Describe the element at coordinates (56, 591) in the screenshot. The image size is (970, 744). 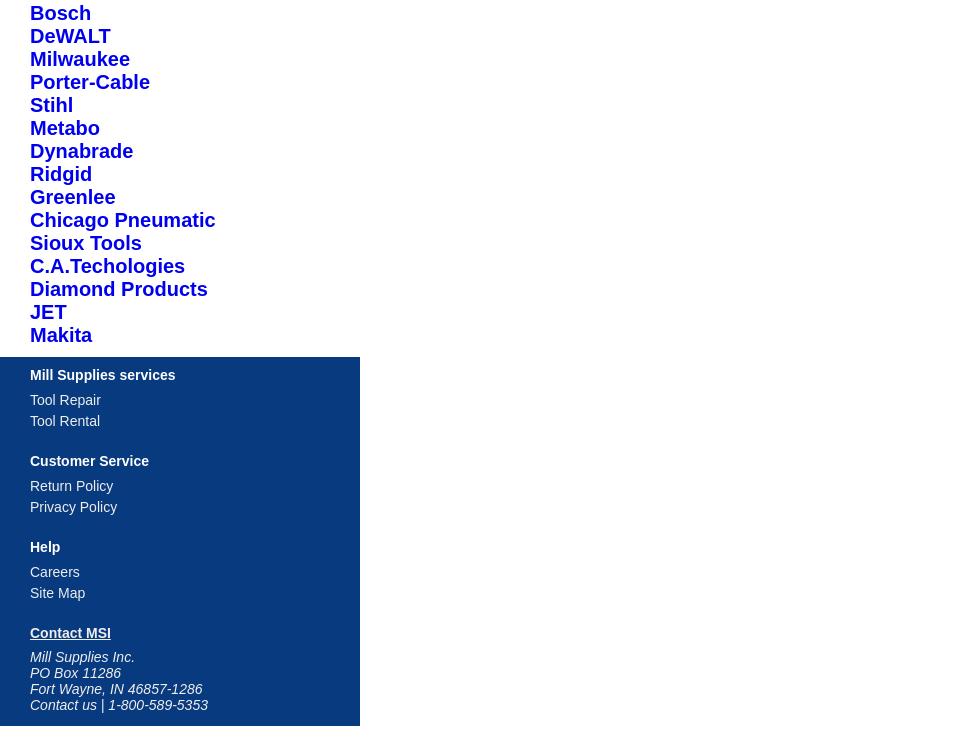
I see `'Site Map'` at that location.